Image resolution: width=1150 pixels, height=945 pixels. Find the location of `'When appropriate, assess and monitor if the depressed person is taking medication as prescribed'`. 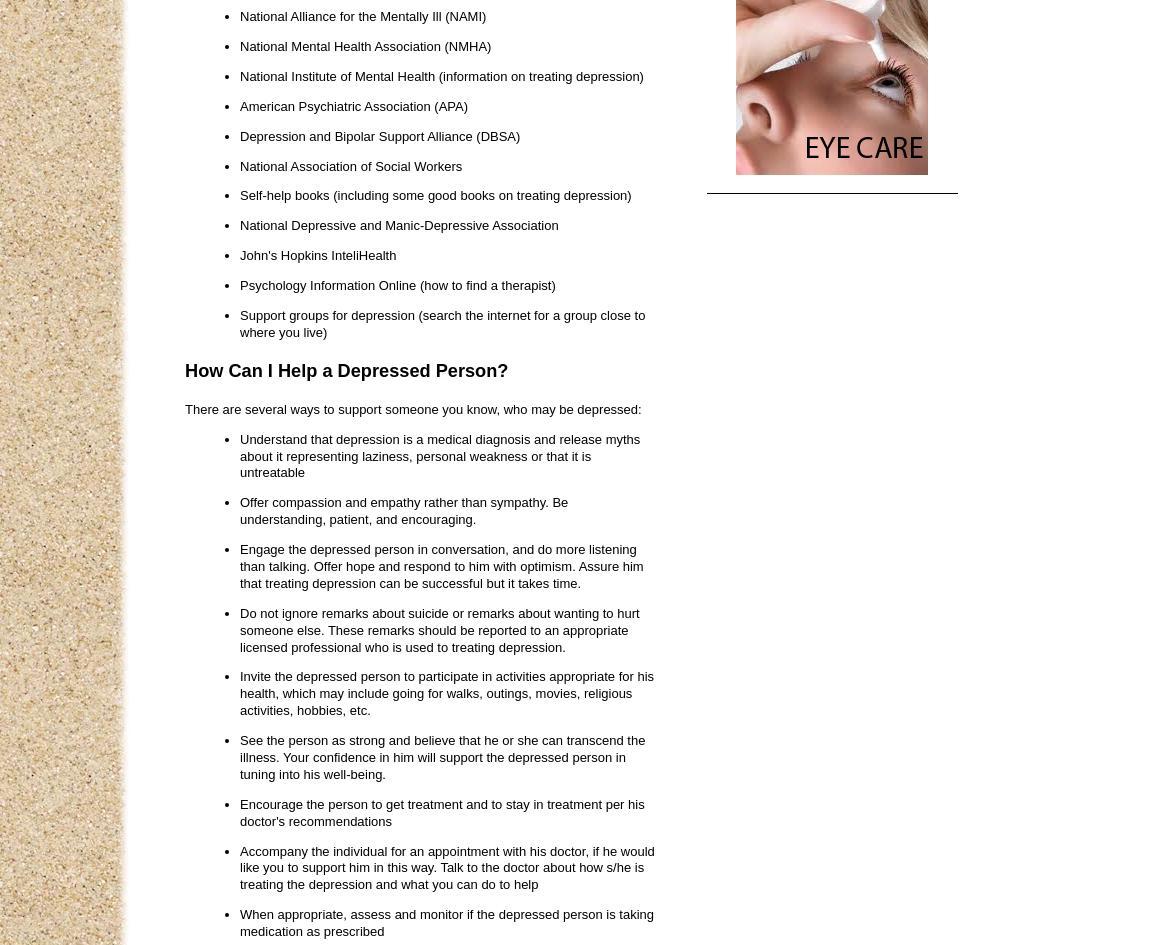

'When appropriate, assess and monitor if the depressed person is taking medication as prescribed' is located at coordinates (239, 921).